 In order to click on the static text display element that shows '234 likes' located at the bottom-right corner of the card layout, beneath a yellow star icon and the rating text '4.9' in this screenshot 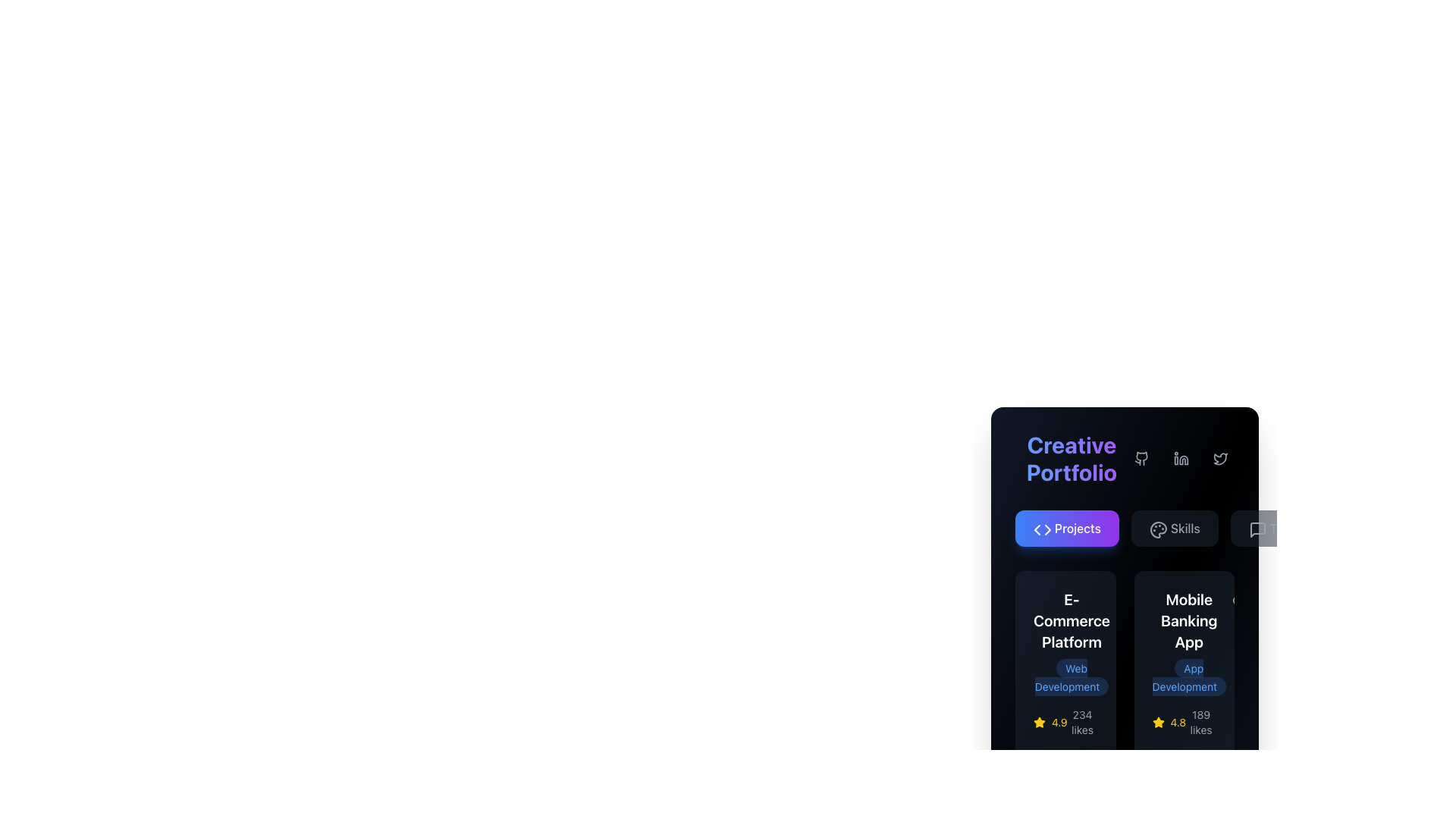, I will do `click(1081, 721)`.